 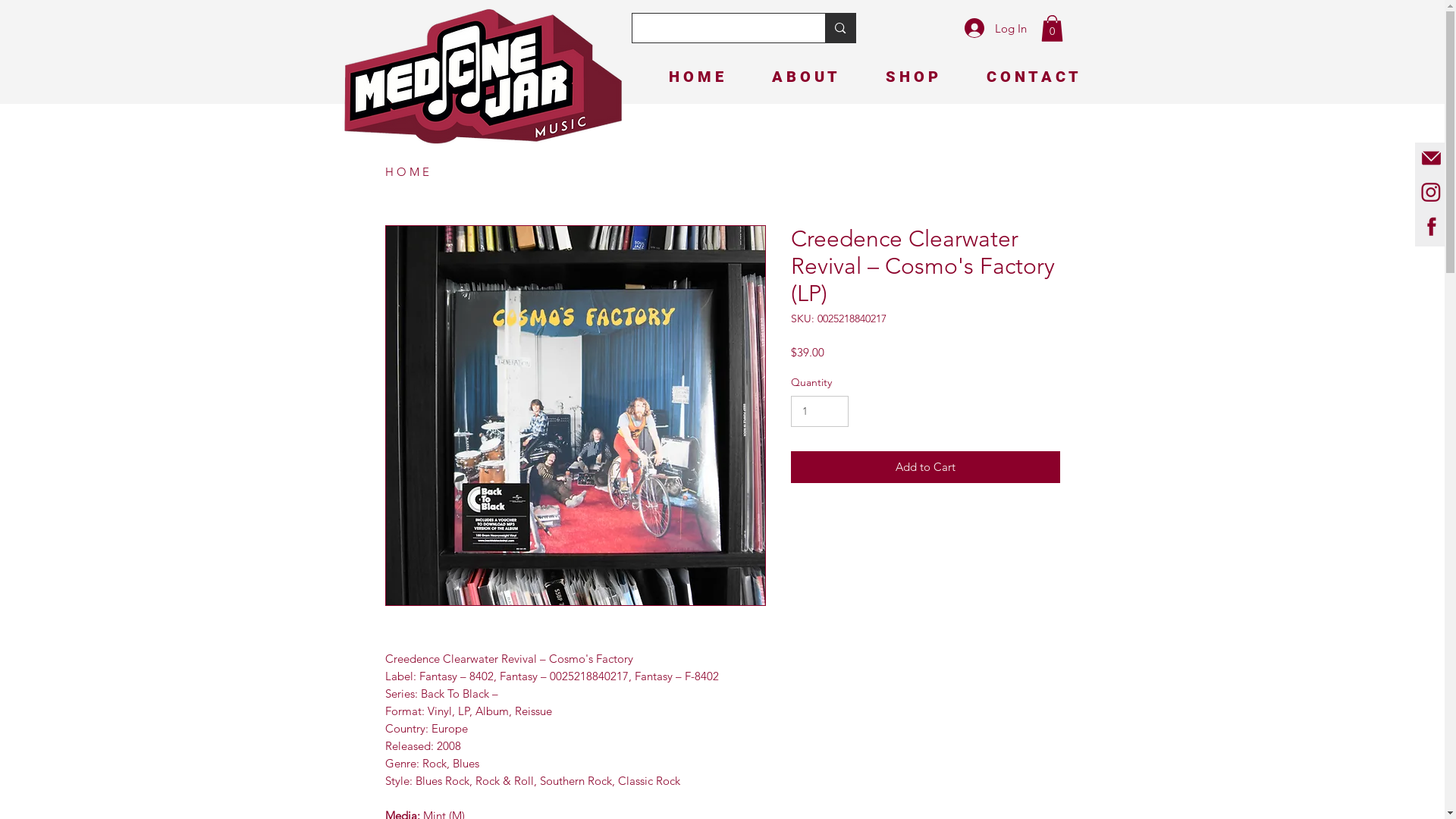 What do you see at coordinates (924, 466) in the screenshot?
I see `'Add to Cart'` at bounding box center [924, 466].